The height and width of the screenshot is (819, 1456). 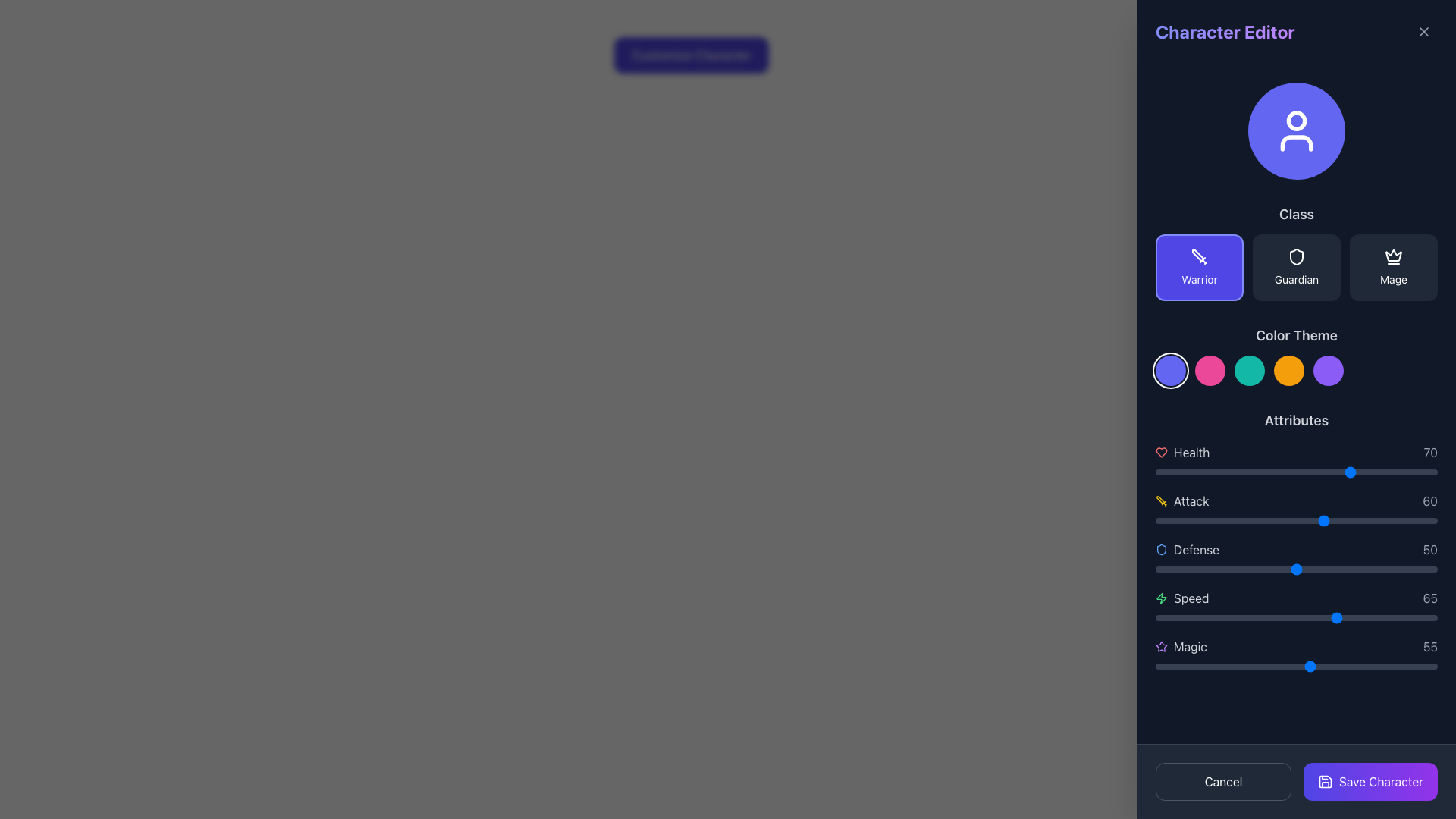 I want to click on the defense attribute, so click(x=1345, y=570).